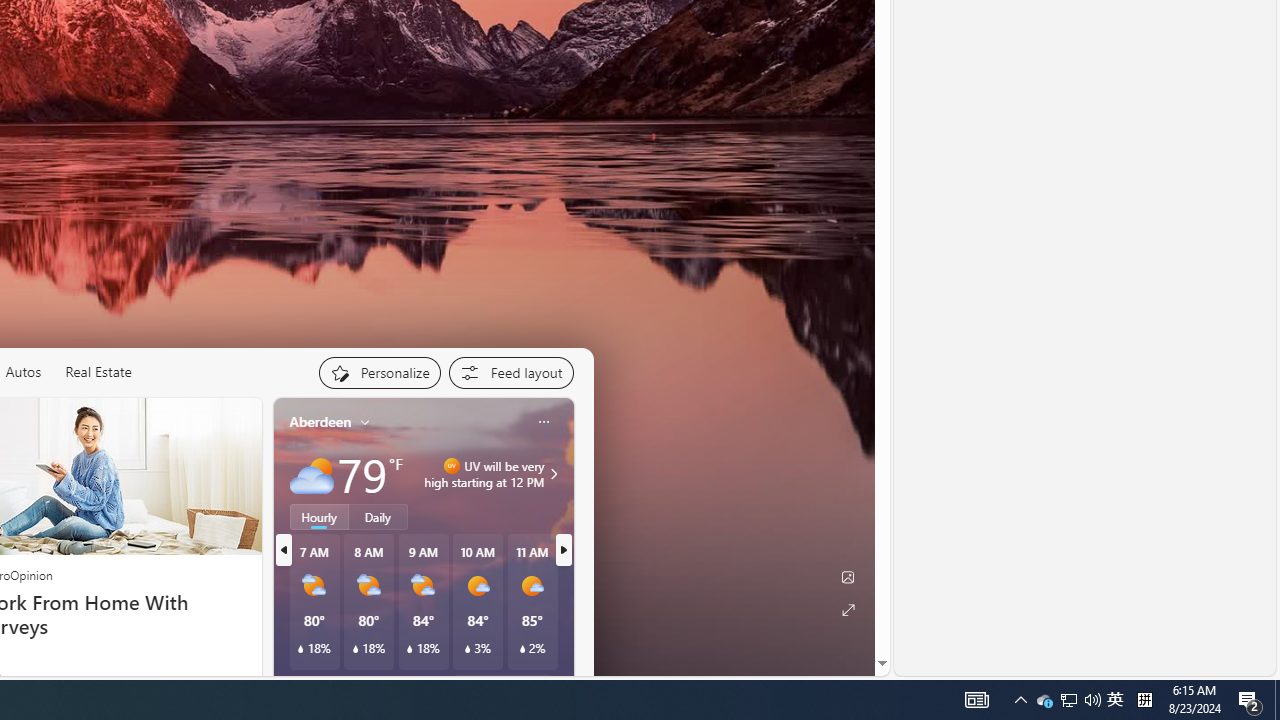 This screenshot has height=720, width=1280. What do you see at coordinates (554, 474) in the screenshot?
I see `'Class: weather-arrow-glyph'` at bounding box center [554, 474].